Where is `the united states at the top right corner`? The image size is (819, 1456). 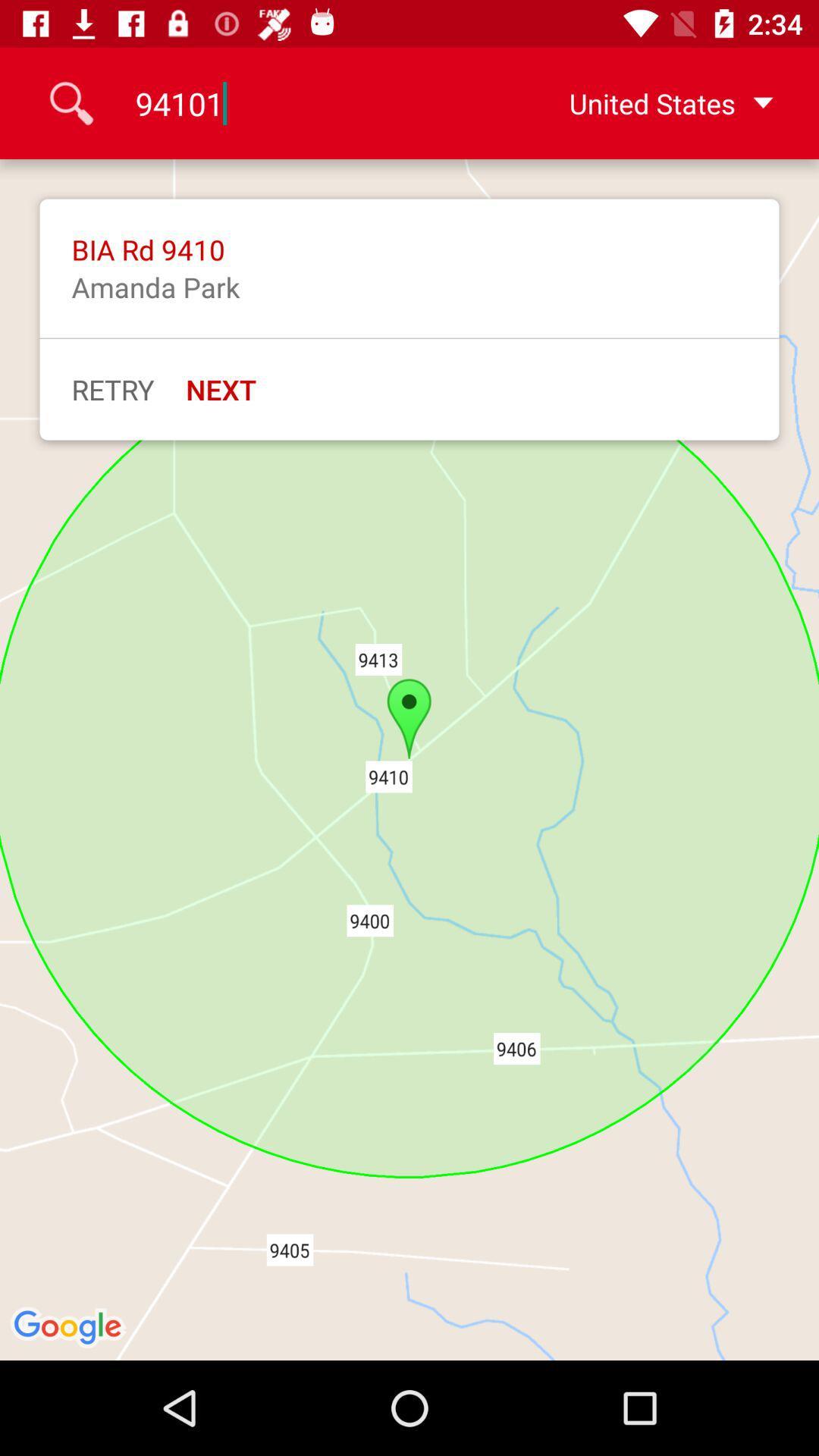 the united states at the top right corner is located at coordinates (647, 102).